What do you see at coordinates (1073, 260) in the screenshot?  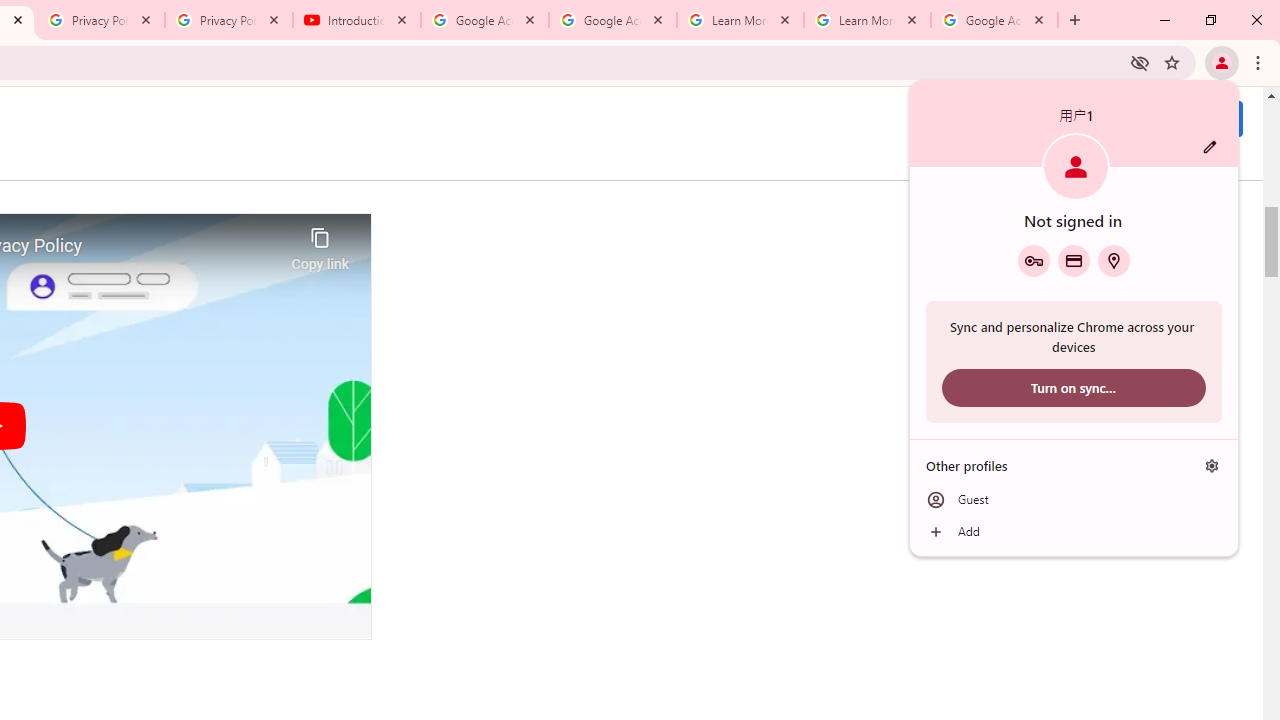 I see `'Payment methods'` at bounding box center [1073, 260].